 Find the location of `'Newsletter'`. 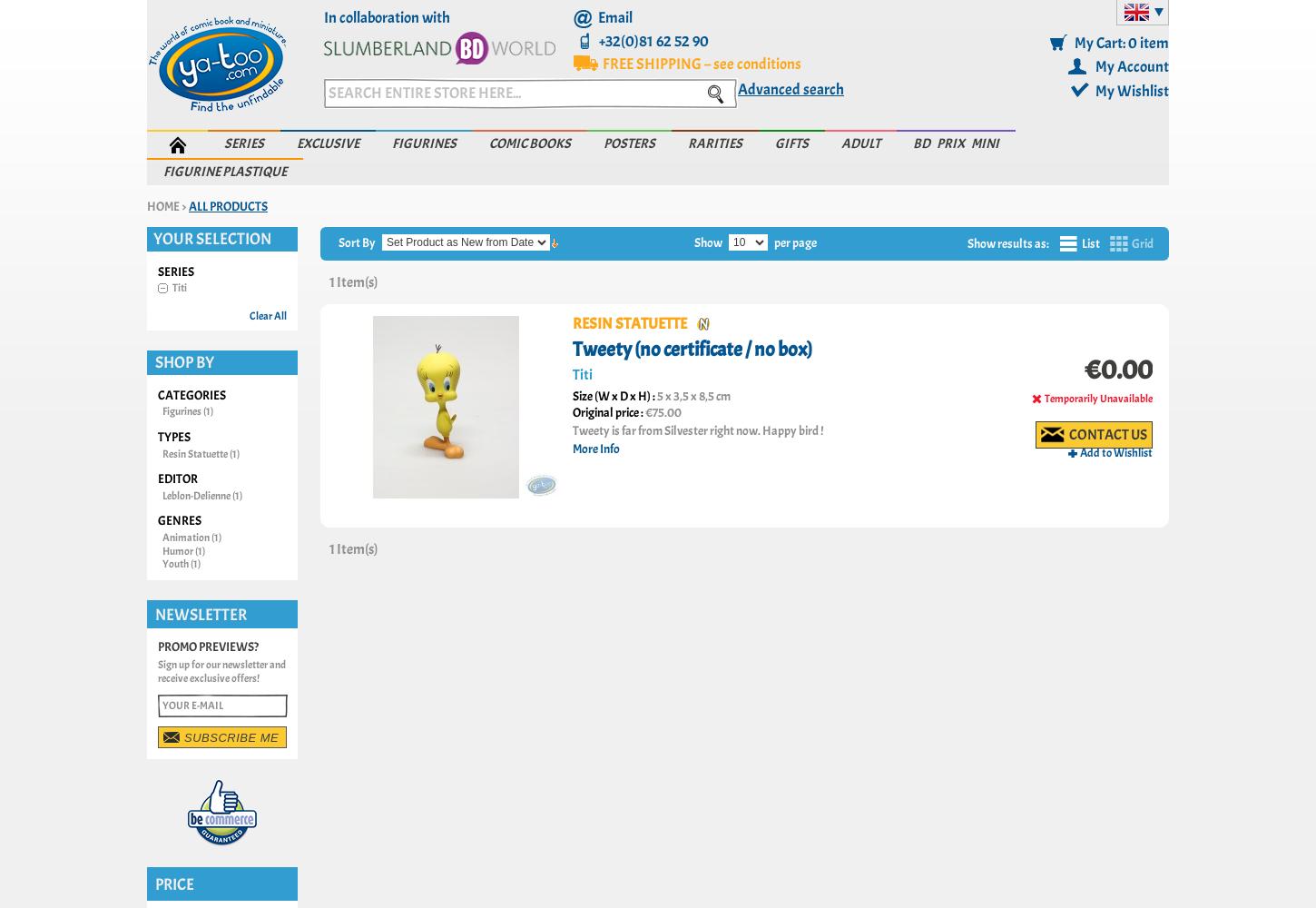

'Newsletter' is located at coordinates (200, 614).